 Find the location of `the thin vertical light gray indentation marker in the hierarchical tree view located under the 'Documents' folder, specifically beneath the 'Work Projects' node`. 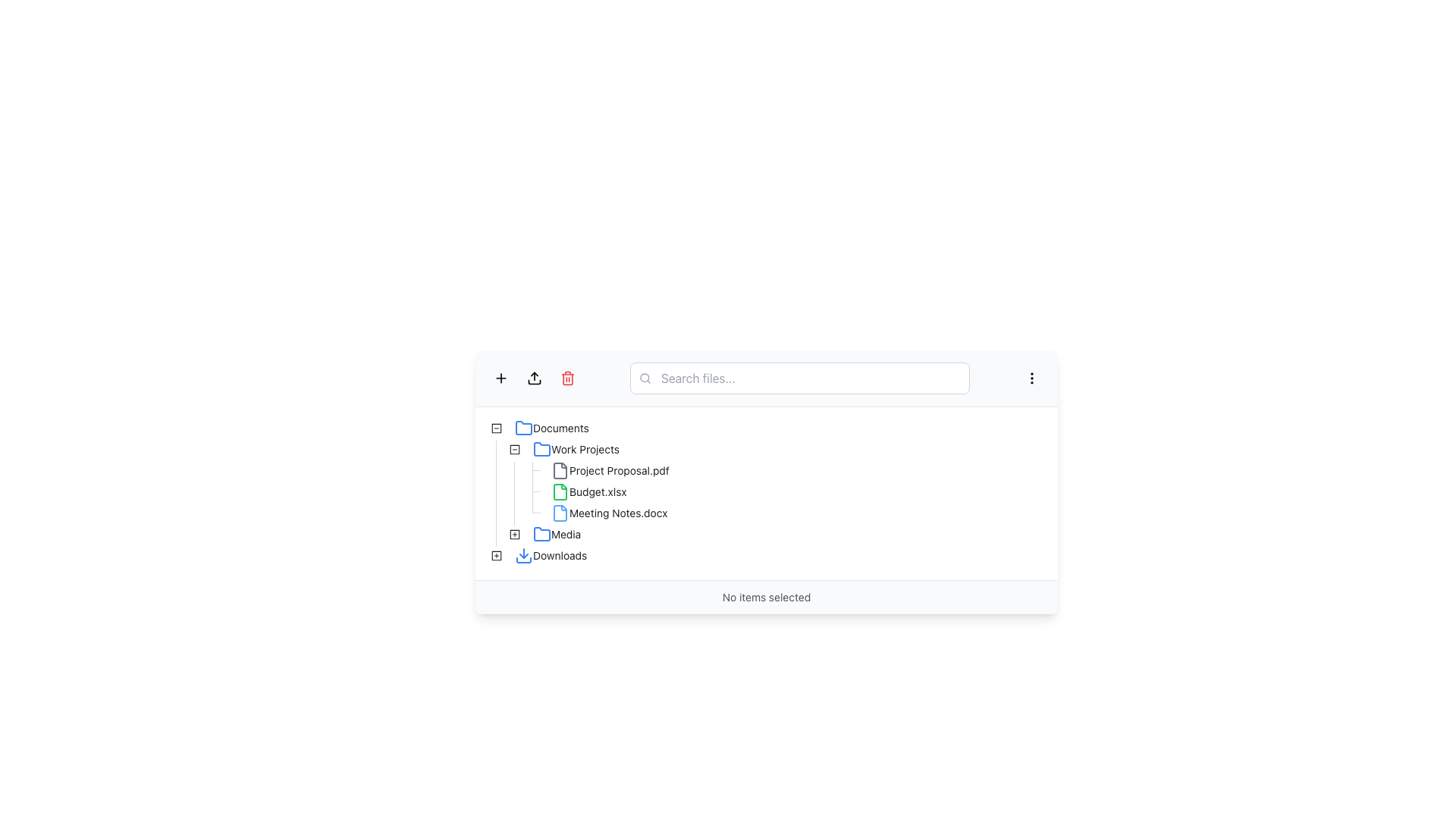

the thin vertical light gray indentation marker in the hierarchical tree view located under the 'Documents' folder, specifically beneath the 'Work Projects' node is located at coordinates (496, 491).